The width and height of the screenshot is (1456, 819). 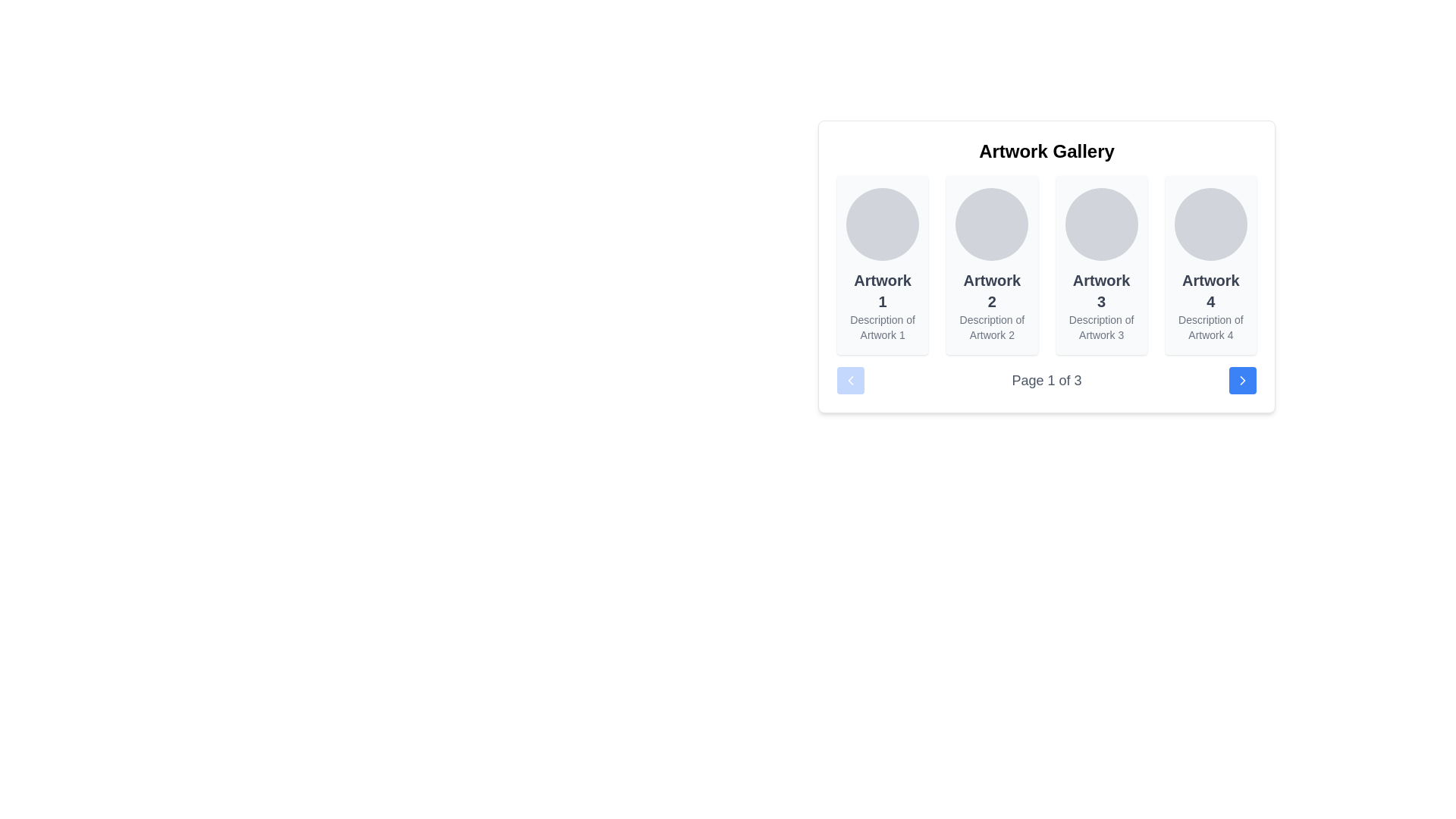 What do you see at coordinates (1210, 265) in the screenshot?
I see `the information on the informational card titled 'Artwork 4', which is the fourth card in a grid layout, featuring a circular placeholder image, a bold title, and a brief description` at bounding box center [1210, 265].